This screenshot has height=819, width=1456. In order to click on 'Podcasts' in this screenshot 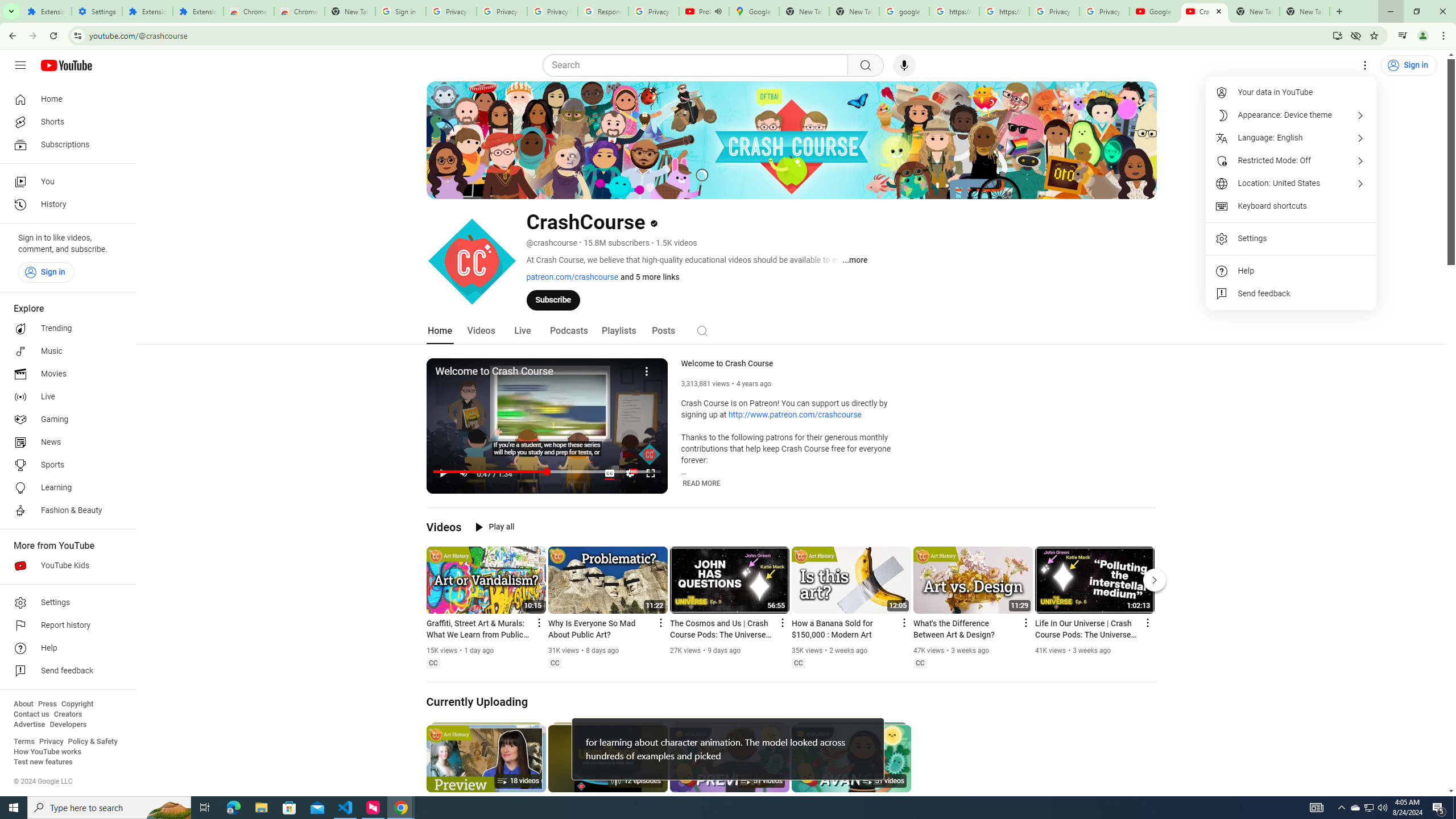, I will do `click(568, 330)`.